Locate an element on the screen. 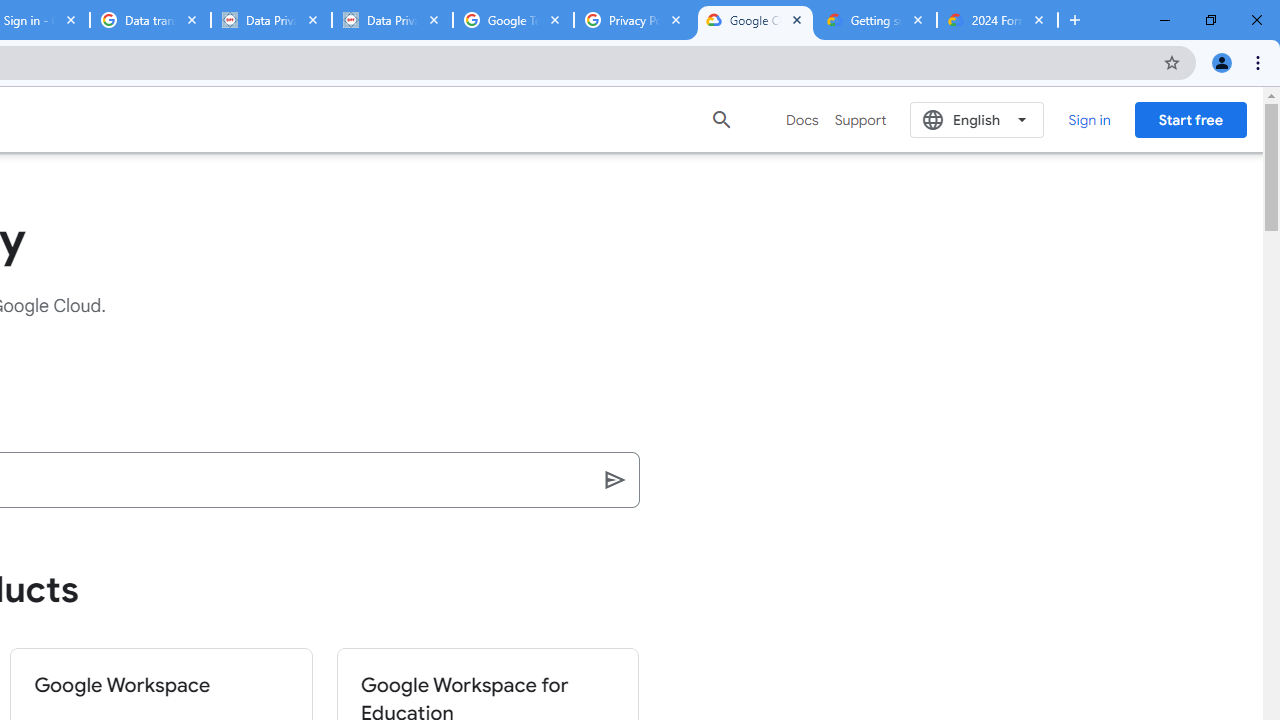  'Restore' is located at coordinates (1209, 20).